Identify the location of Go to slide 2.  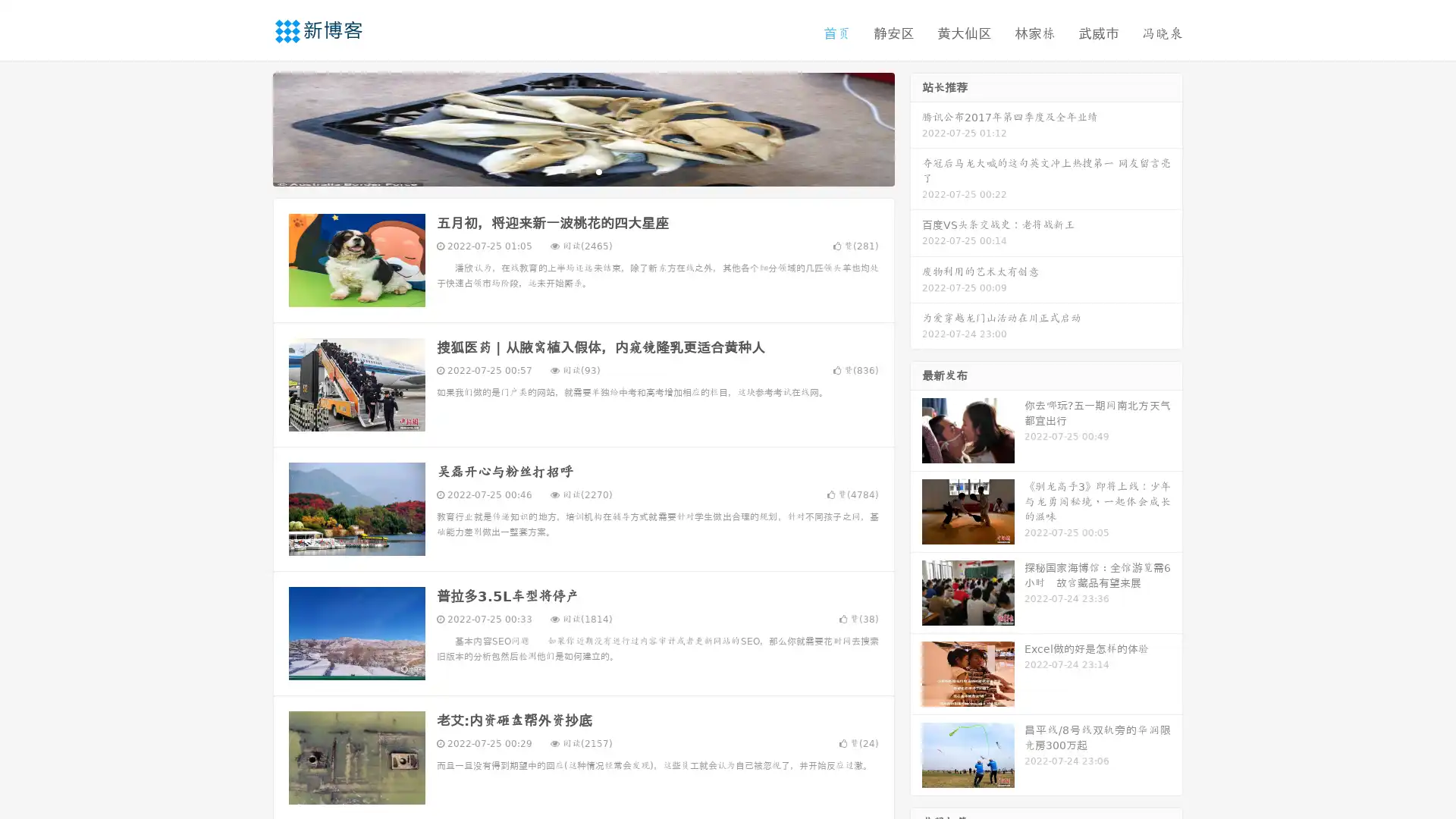
(582, 171).